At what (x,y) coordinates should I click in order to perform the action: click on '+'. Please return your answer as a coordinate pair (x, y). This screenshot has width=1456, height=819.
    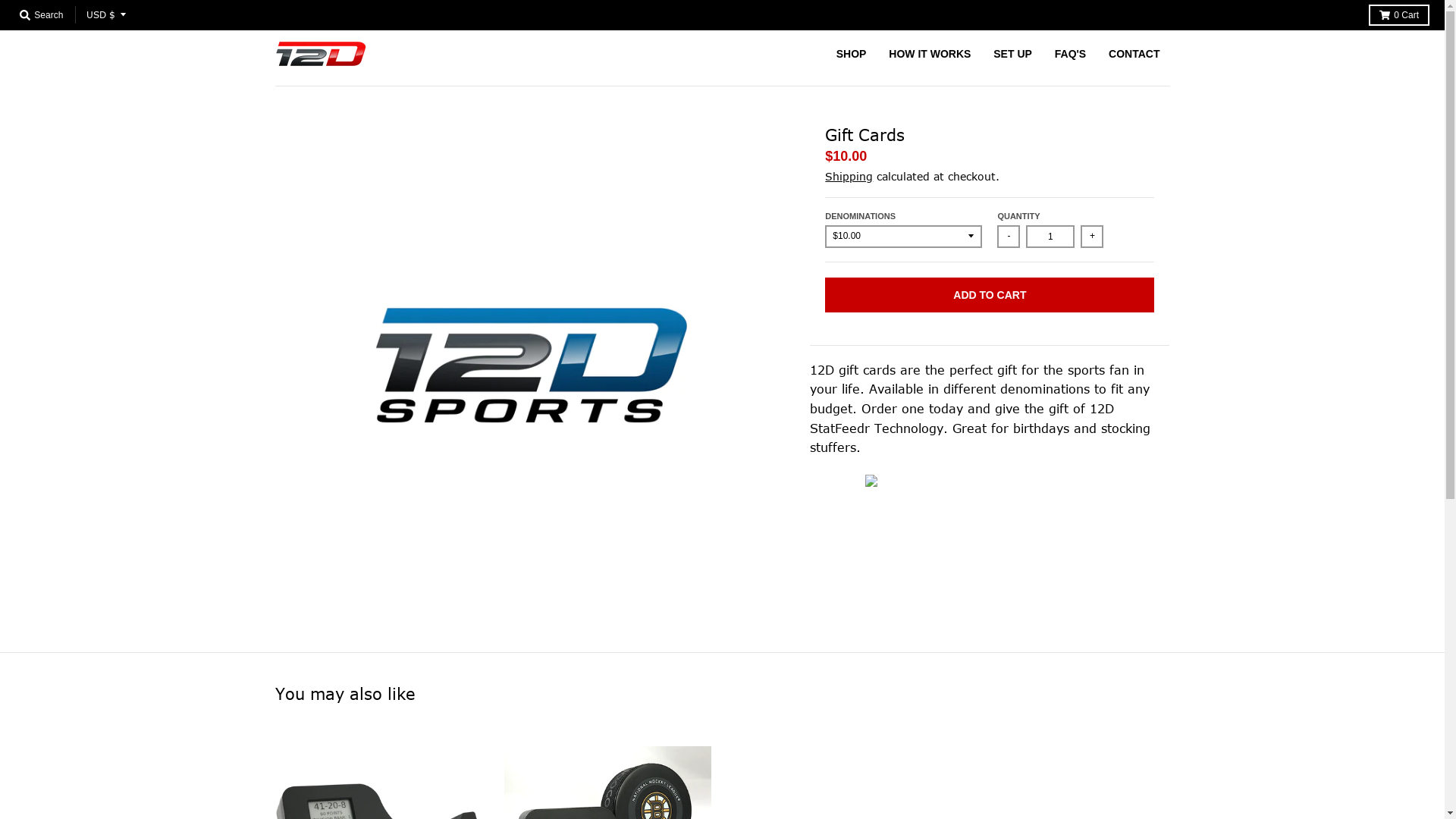
    Looking at the image, I should click on (1080, 237).